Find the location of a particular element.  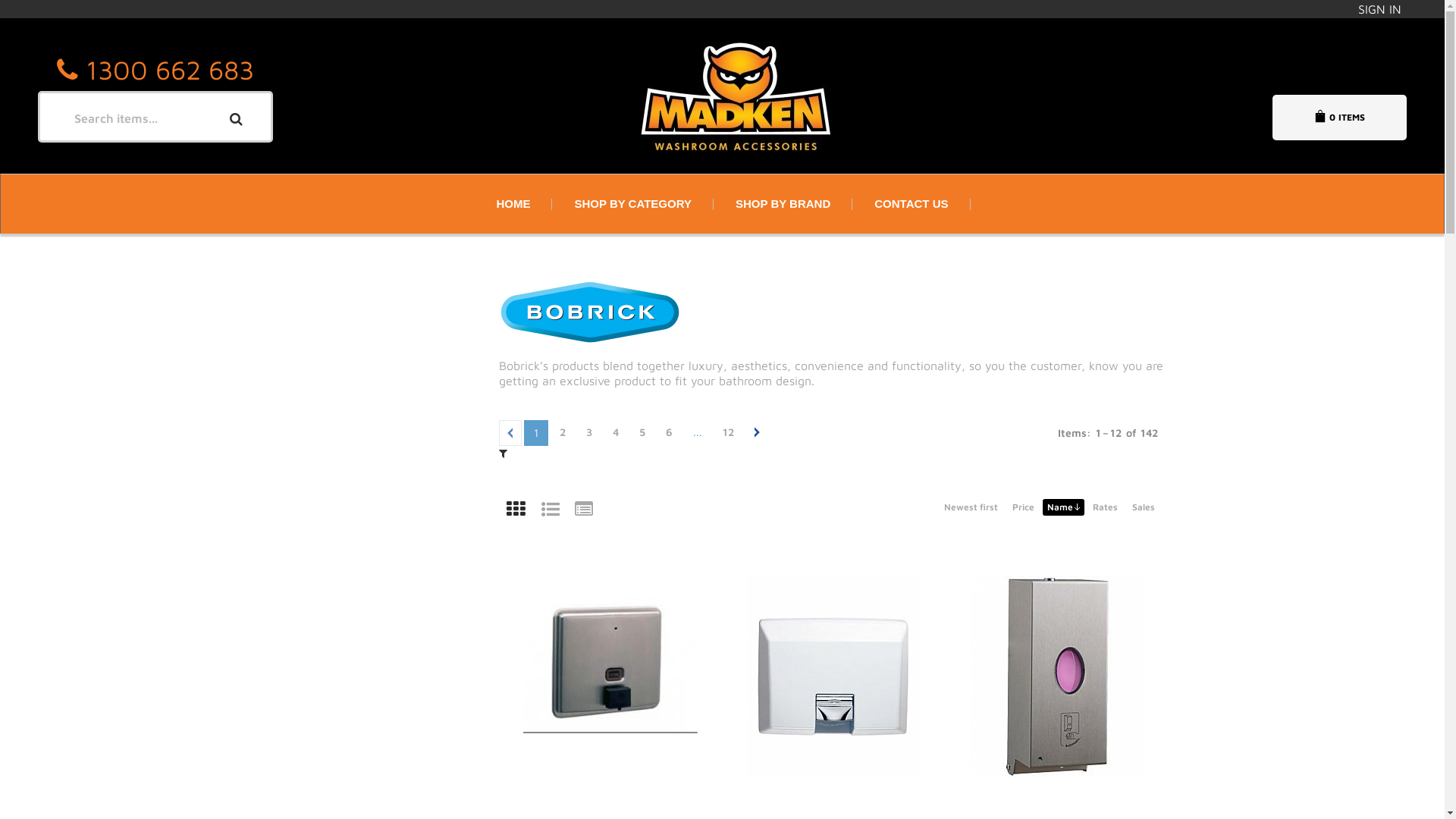

'Name' is located at coordinates (1062, 507).